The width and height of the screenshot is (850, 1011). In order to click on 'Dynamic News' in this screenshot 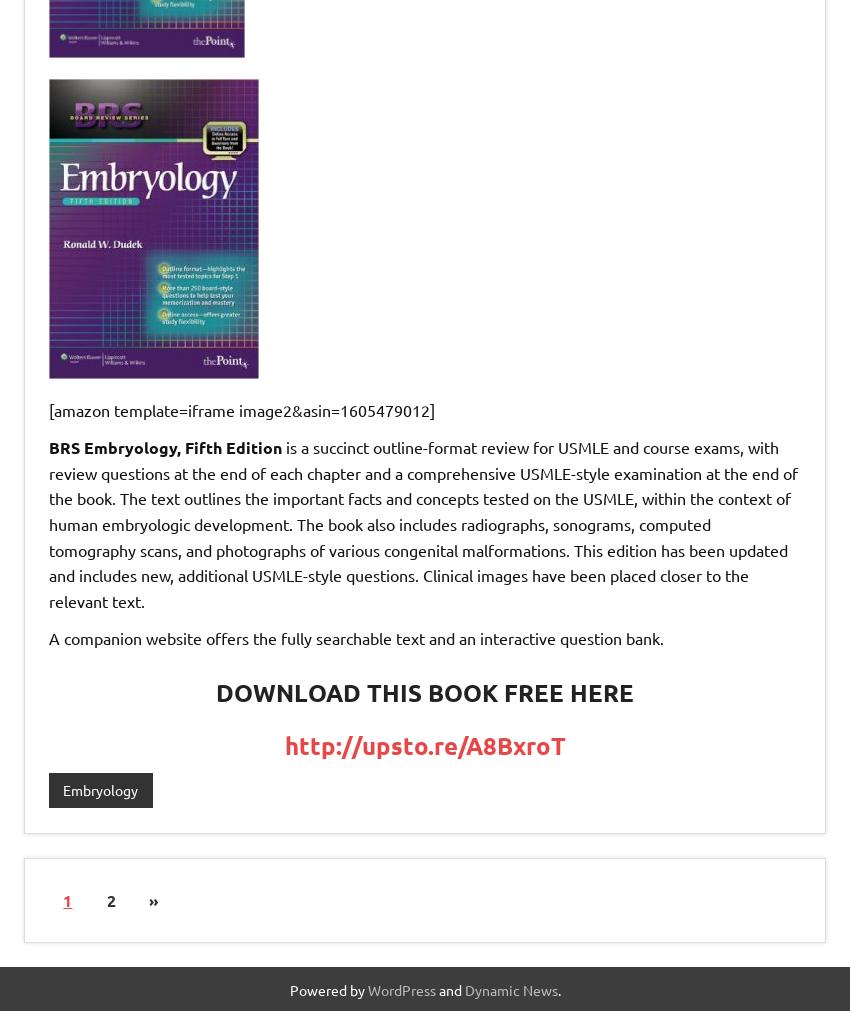, I will do `click(463, 989)`.